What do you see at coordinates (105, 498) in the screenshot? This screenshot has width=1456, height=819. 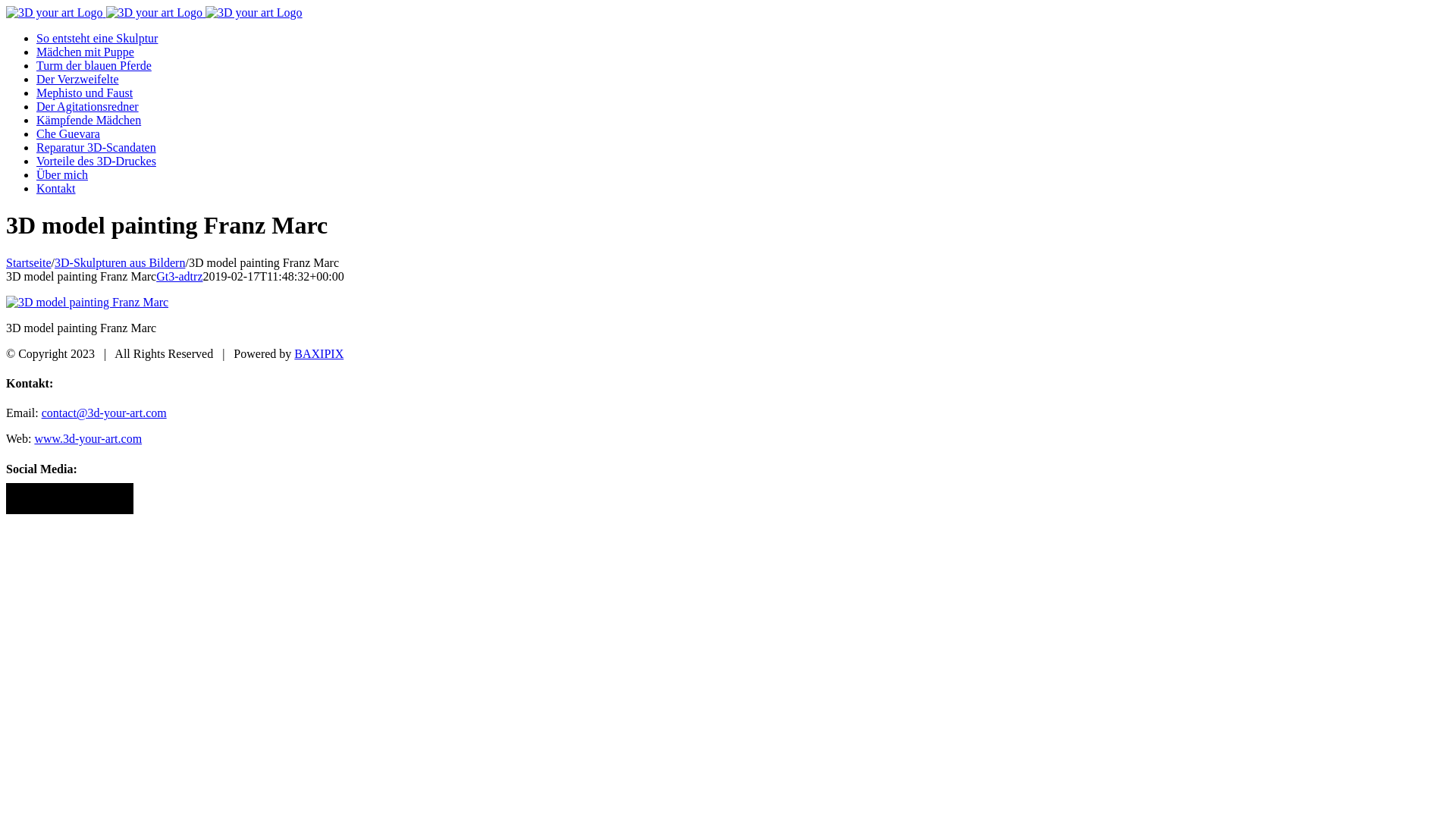 I see `'Tumblr'` at bounding box center [105, 498].